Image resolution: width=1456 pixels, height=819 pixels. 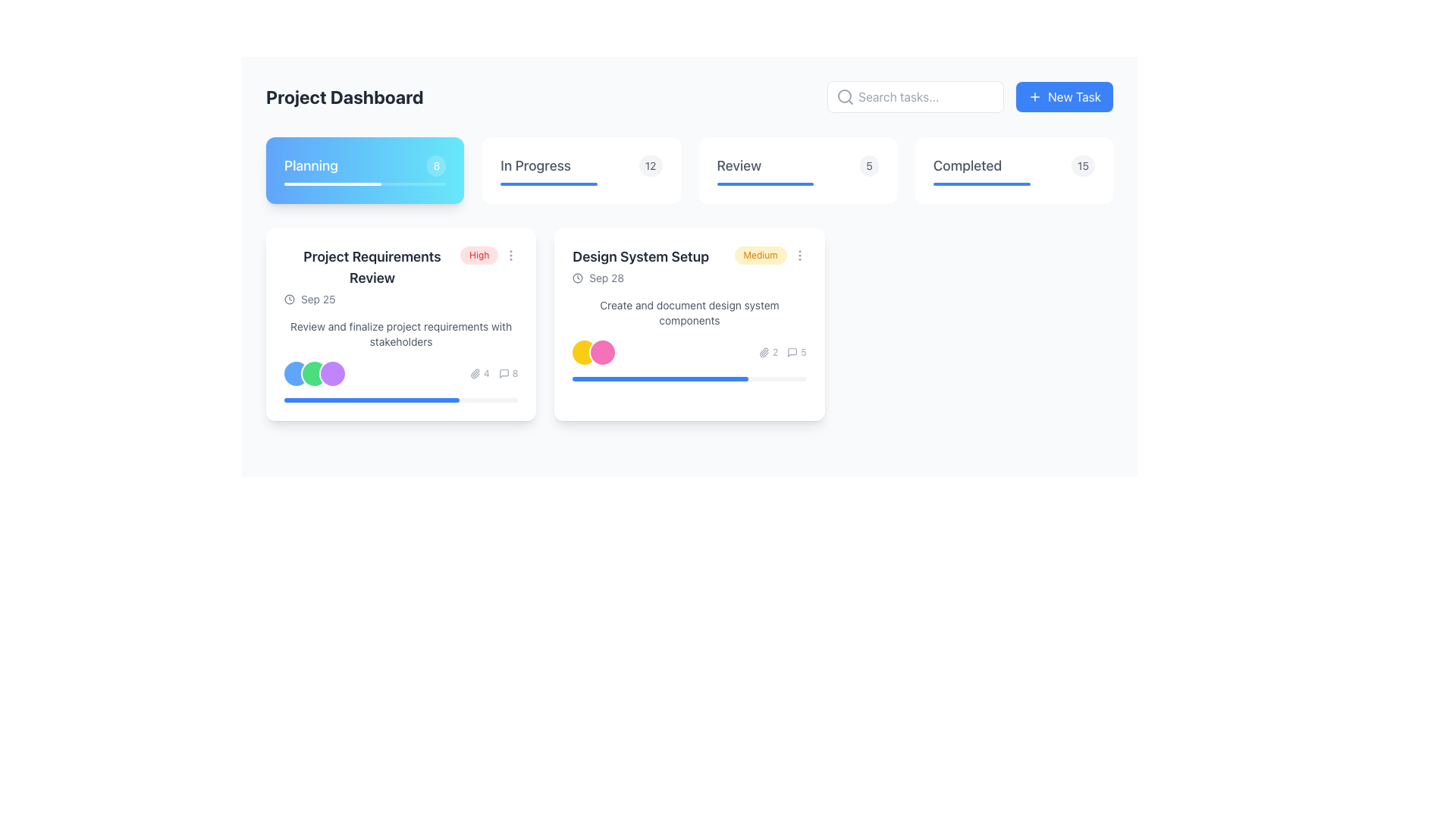 What do you see at coordinates (331, 184) in the screenshot?
I see `Progress Bar Indicator located in the 'Planning' section of the dashboard, which visually represents a completed percentage of 60%` at bounding box center [331, 184].